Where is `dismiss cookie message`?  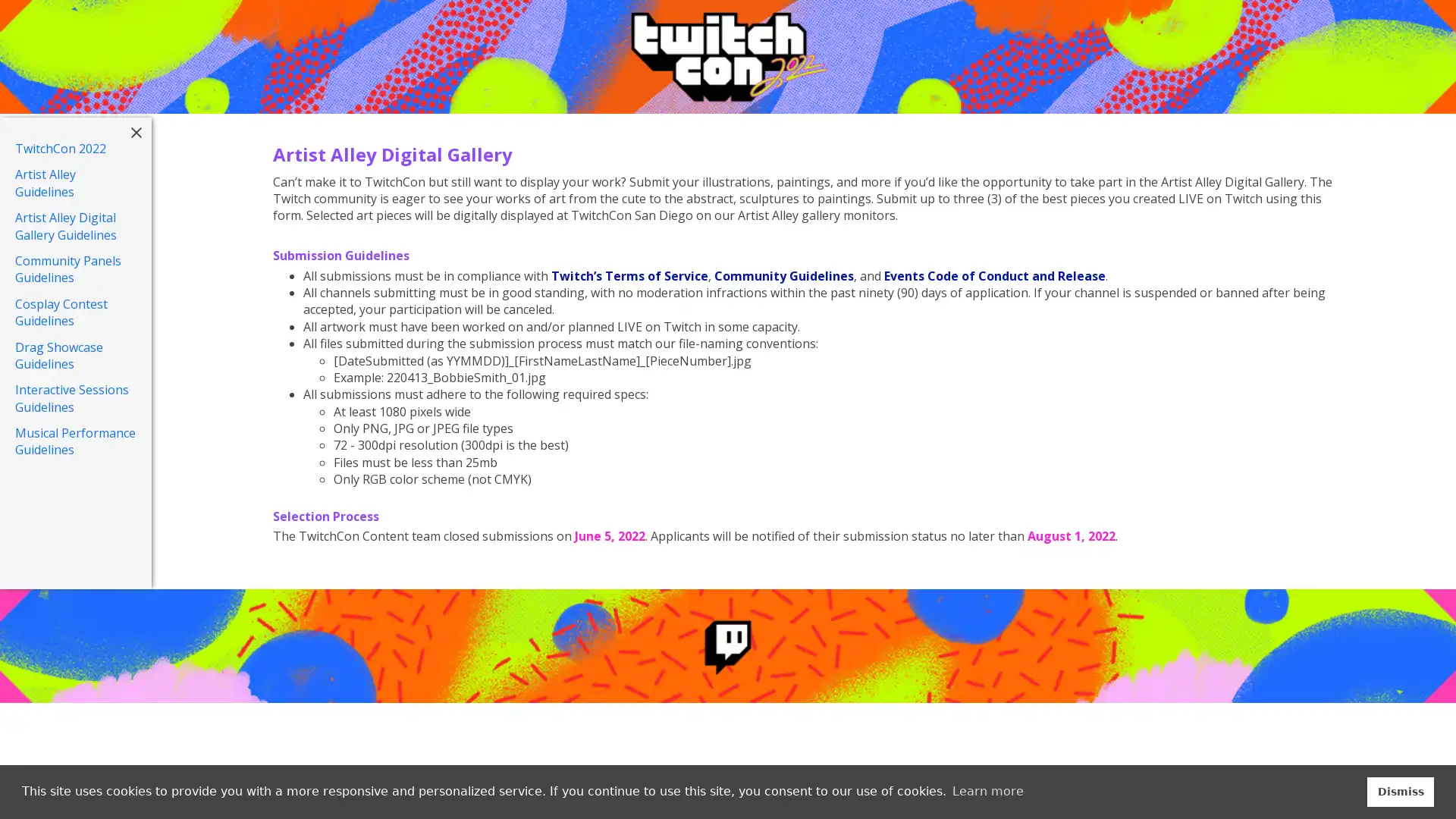 dismiss cookie message is located at coordinates (1400, 791).